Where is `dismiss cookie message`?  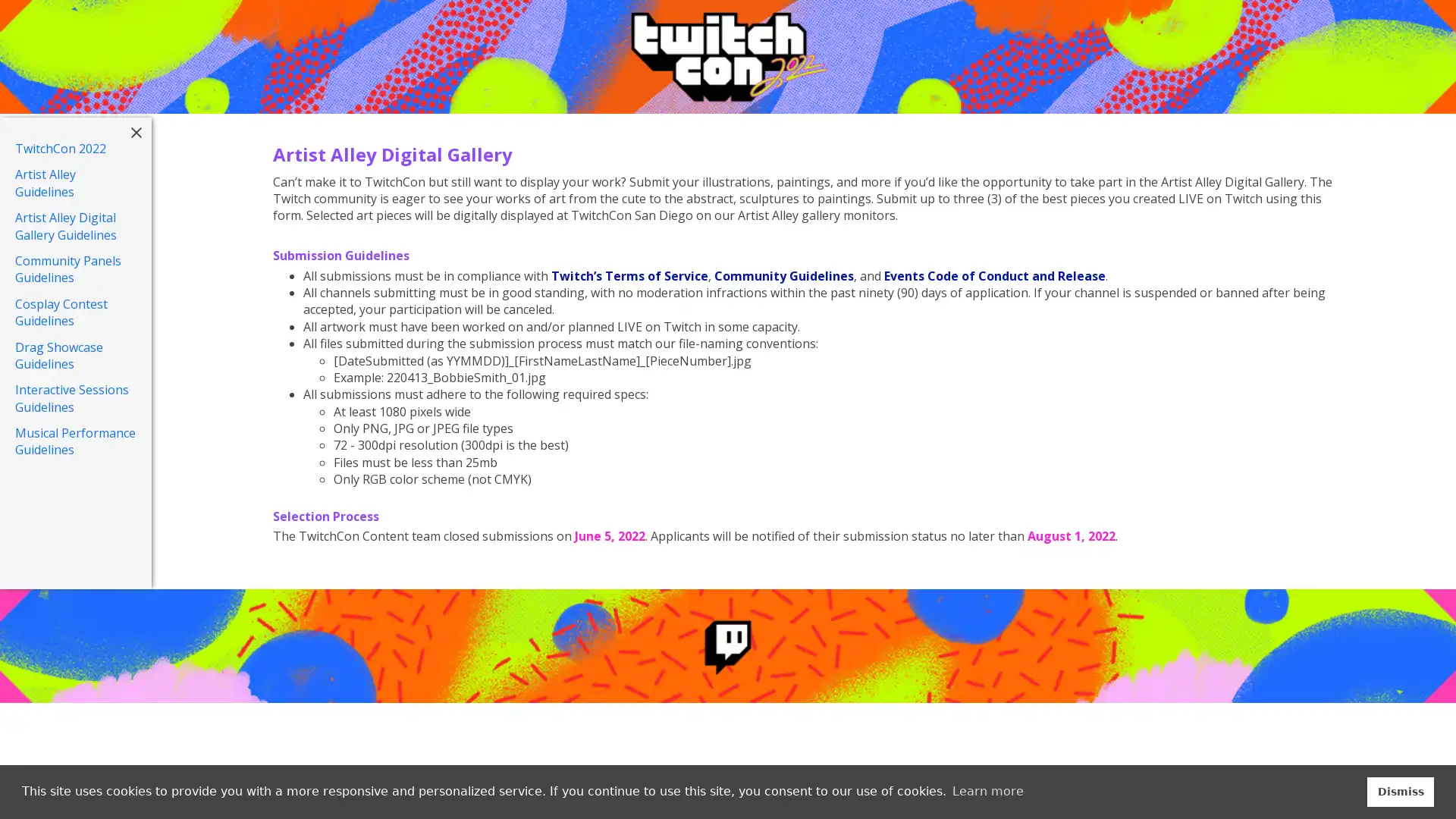 dismiss cookie message is located at coordinates (1400, 791).